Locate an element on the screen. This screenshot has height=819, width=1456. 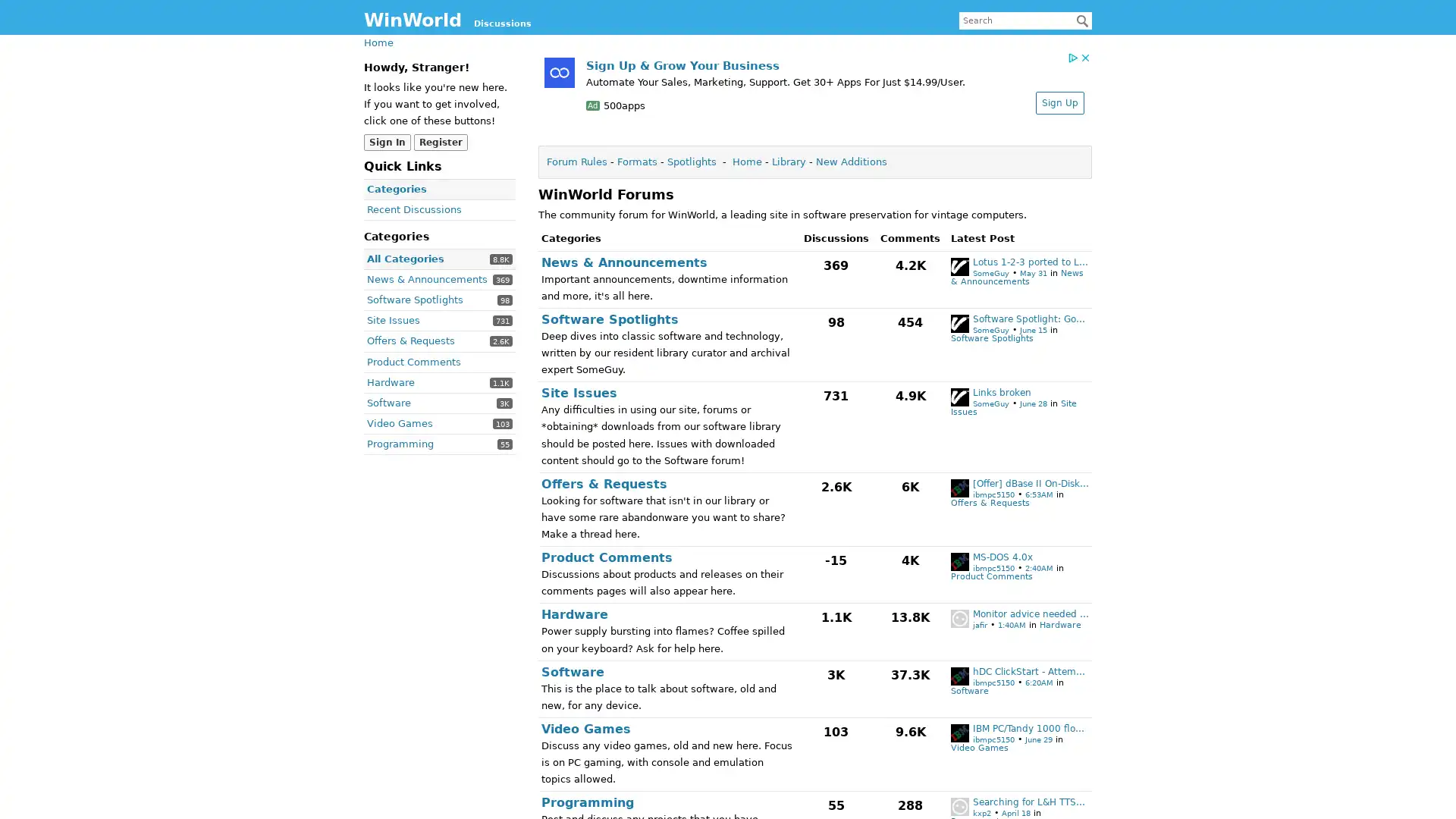
Search is located at coordinates (1082, 20).